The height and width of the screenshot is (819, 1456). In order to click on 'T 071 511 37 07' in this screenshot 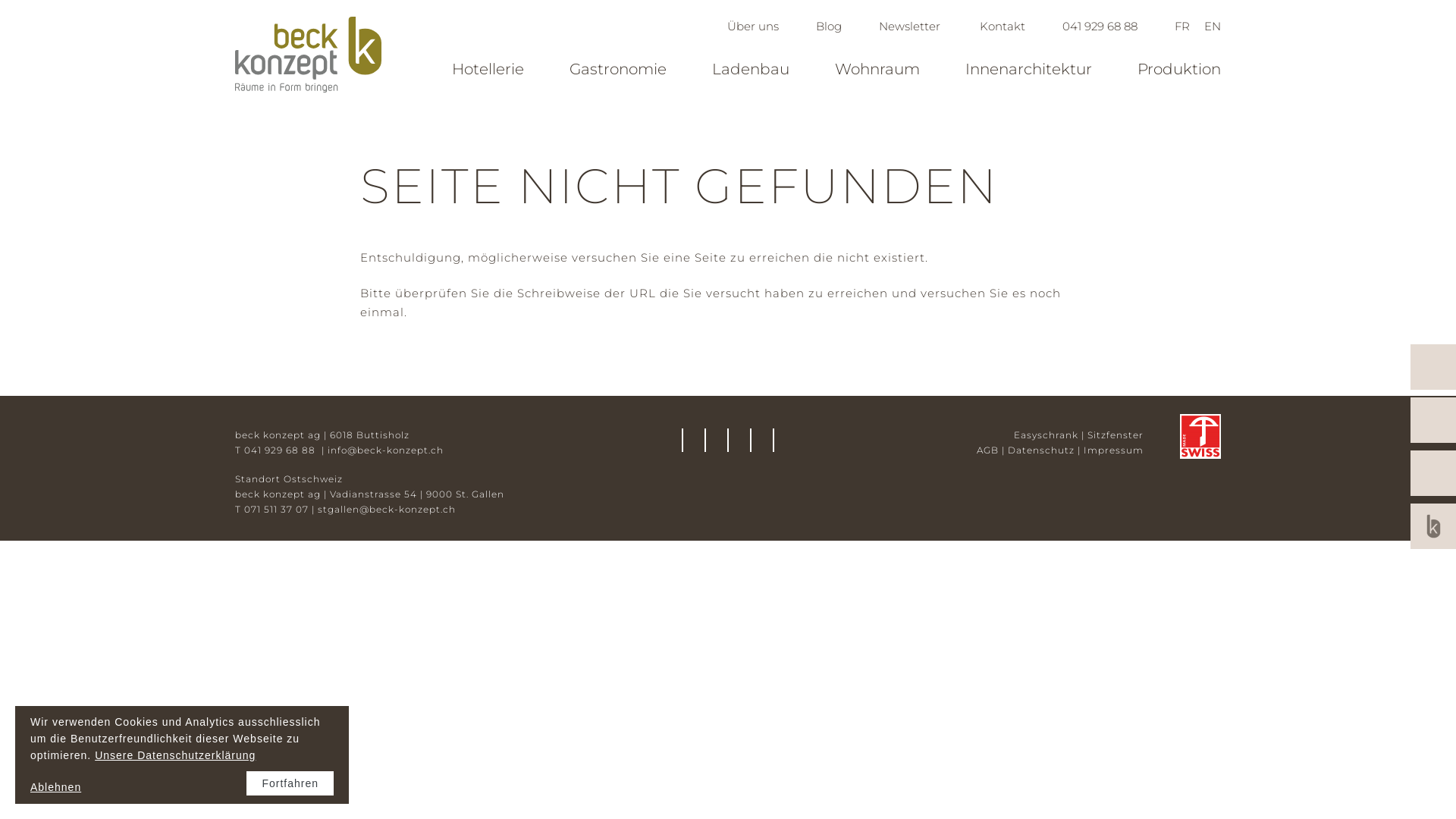, I will do `click(234, 509)`.